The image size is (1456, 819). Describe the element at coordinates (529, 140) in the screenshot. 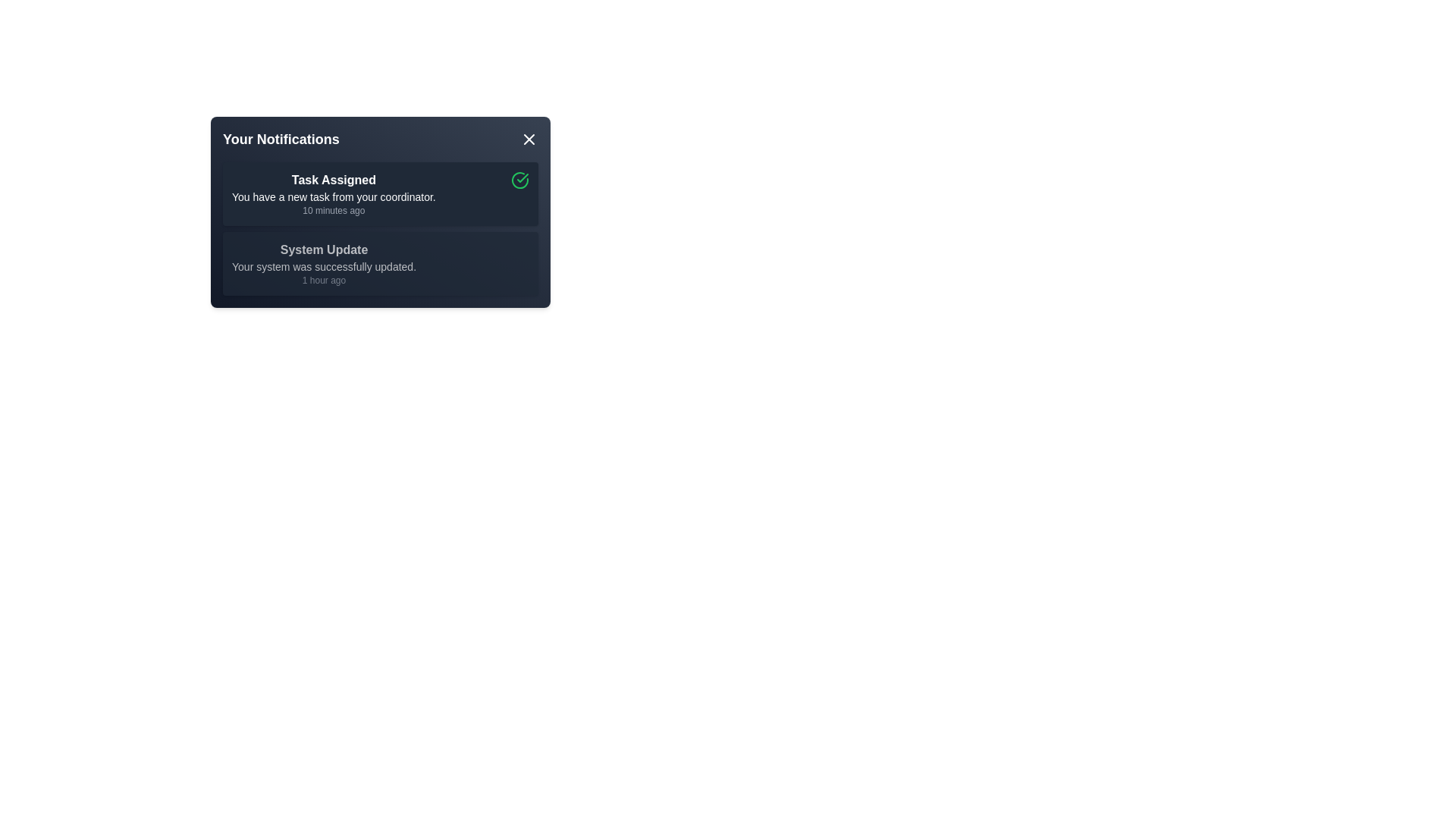

I see `the Close Icon (SVG) located in the top-right corner of the notification panel` at that location.